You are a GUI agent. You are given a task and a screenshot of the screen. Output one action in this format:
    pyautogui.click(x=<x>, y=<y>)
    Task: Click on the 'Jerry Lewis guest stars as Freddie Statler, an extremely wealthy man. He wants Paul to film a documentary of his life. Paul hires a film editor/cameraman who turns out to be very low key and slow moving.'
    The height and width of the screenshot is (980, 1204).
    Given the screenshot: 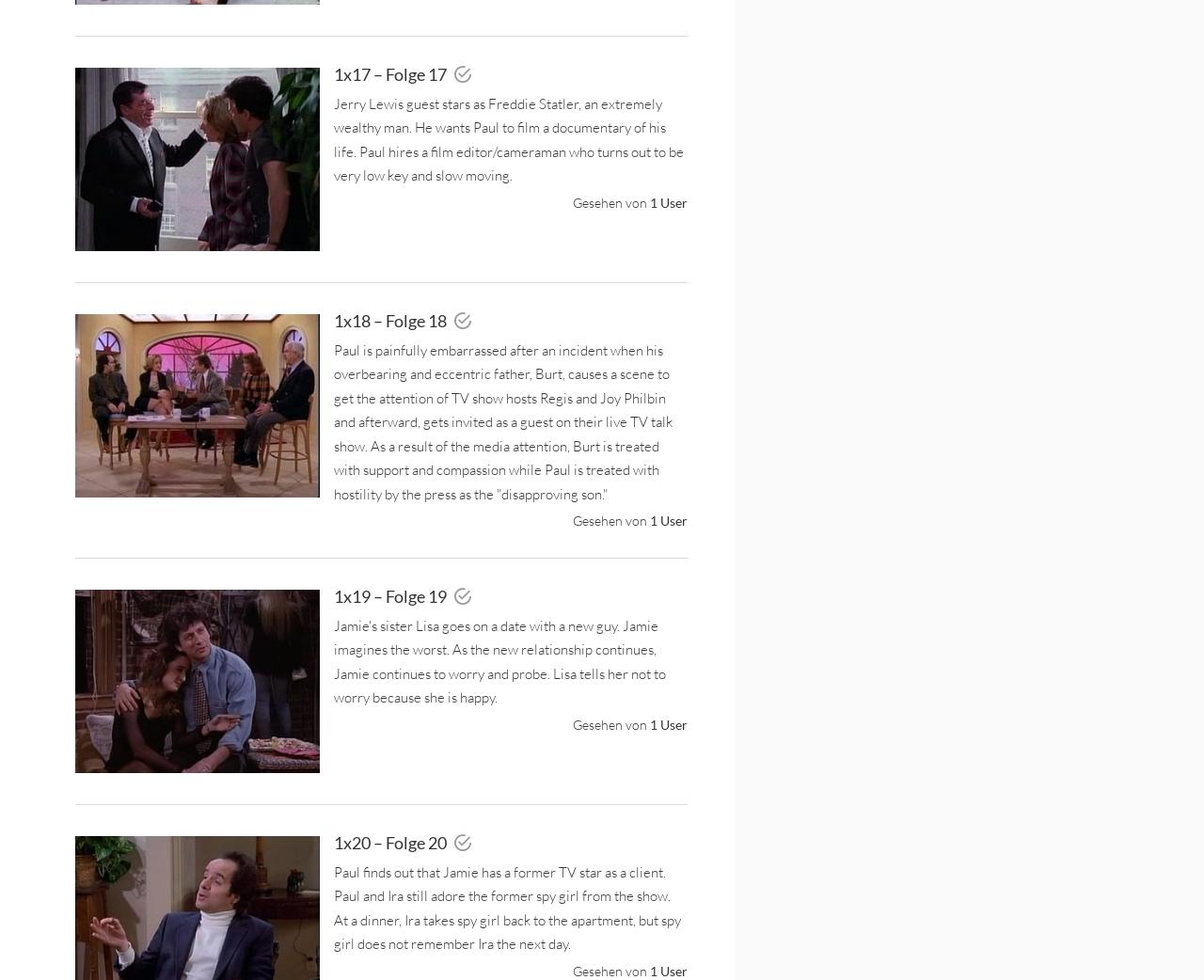 What is the action you would take?
    pyautogui.click(x=509, y=138)
    